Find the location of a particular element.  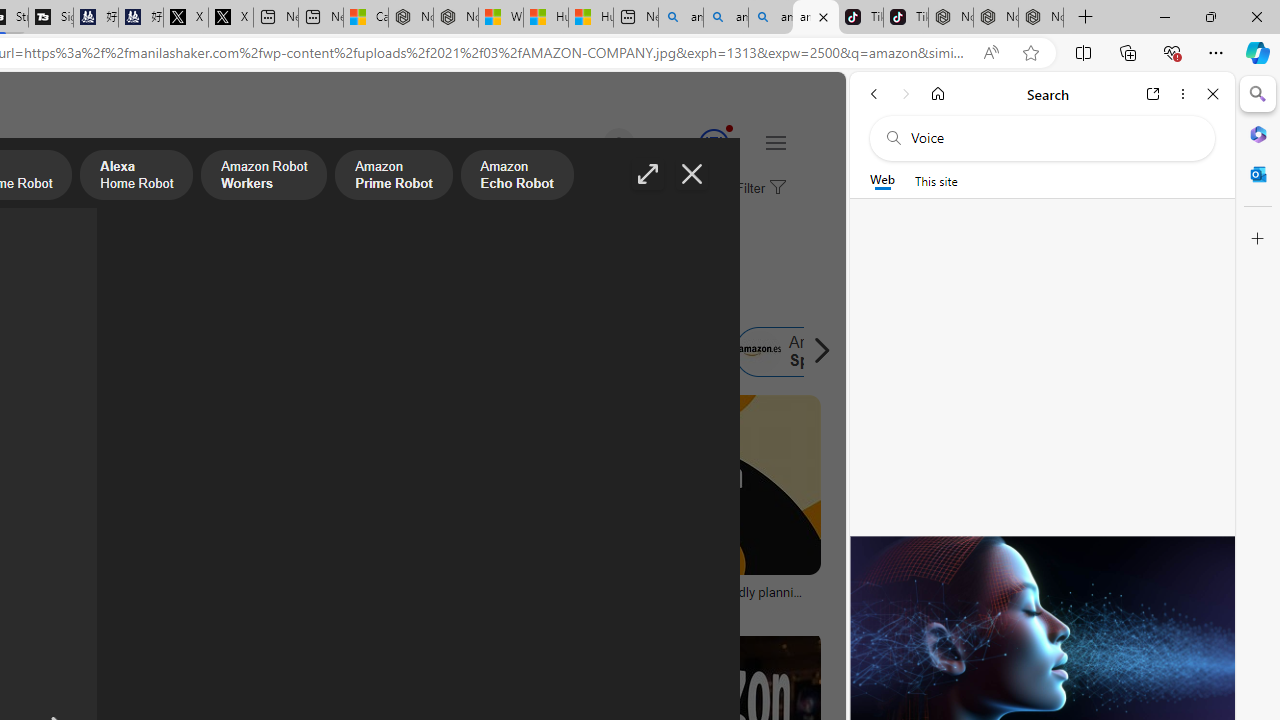

'Settings and quick links' is located at coordinates (774, 141).